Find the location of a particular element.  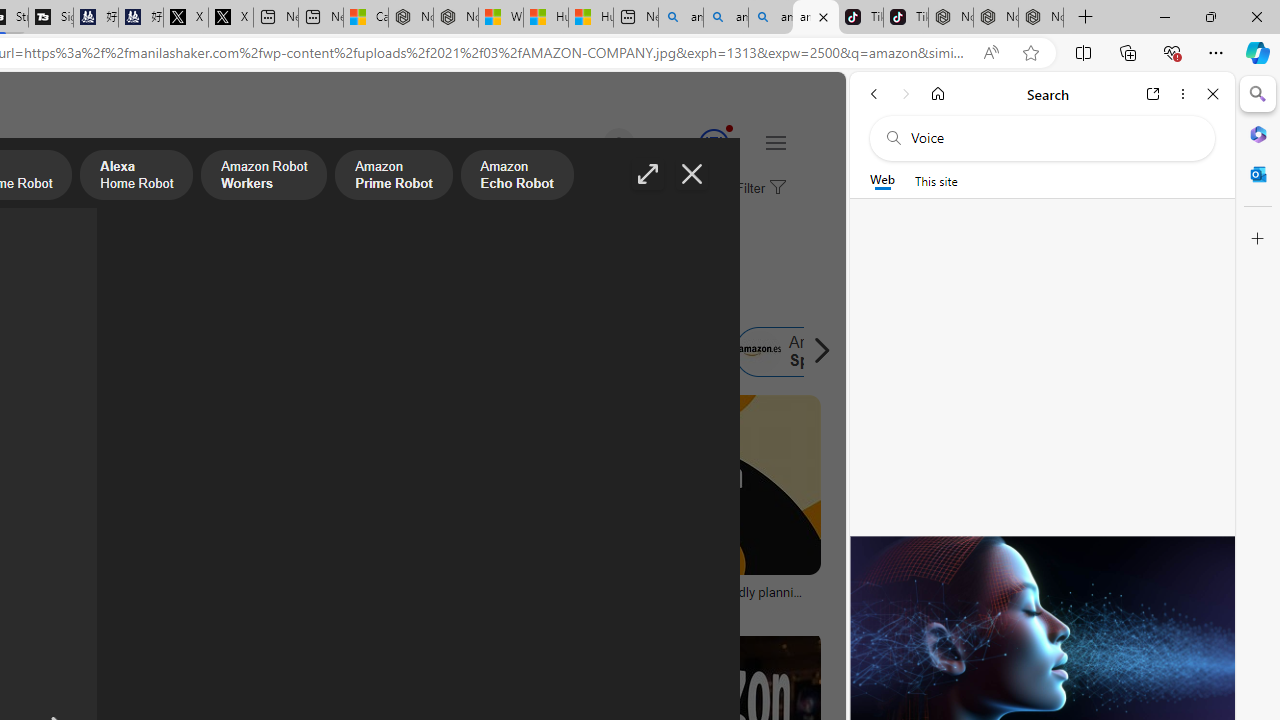

'Settings and quick links' is located at coordinates (774, 141).